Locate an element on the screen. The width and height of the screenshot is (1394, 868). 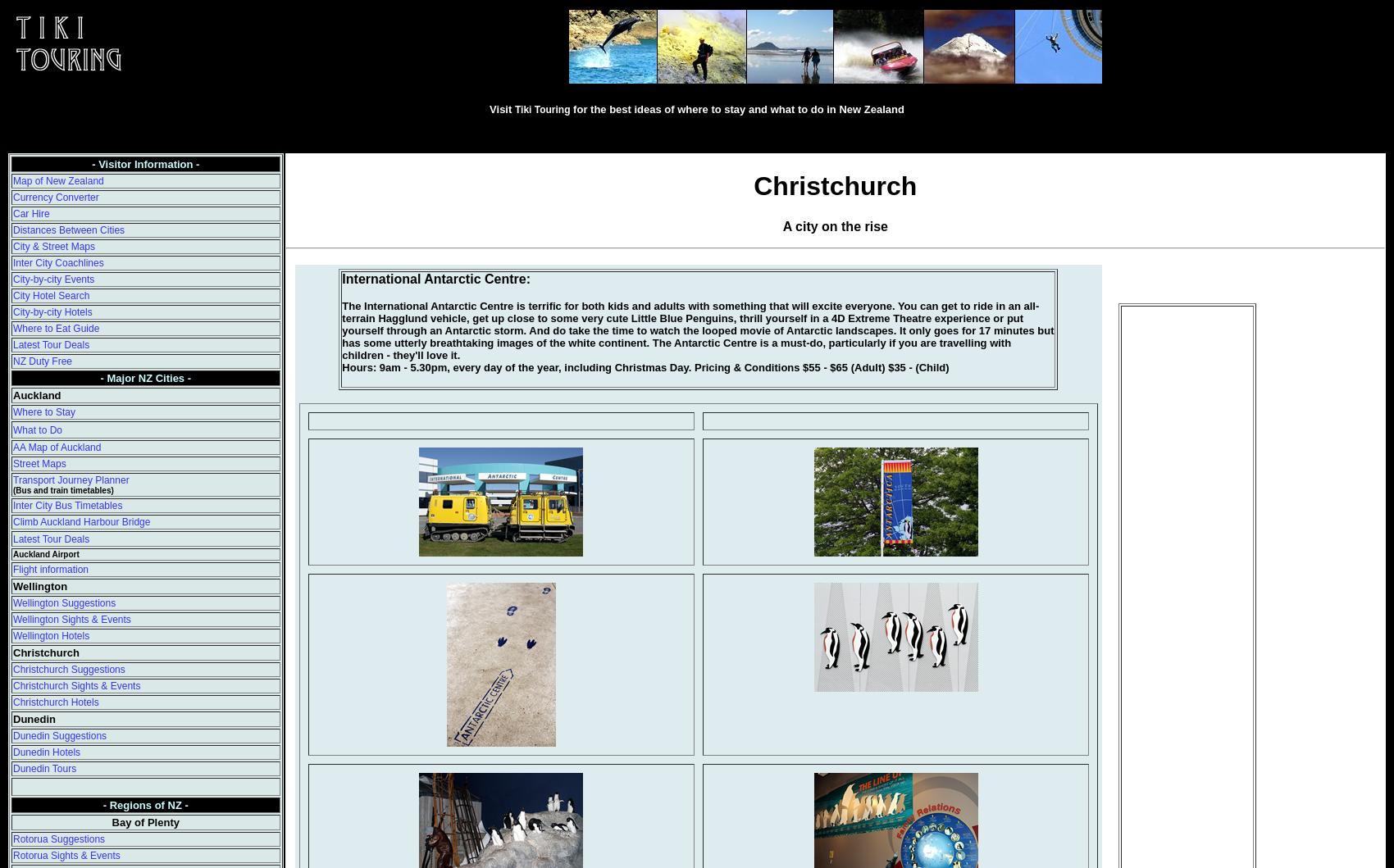
'Flight 
          information' is located at coordinates (51, 570).